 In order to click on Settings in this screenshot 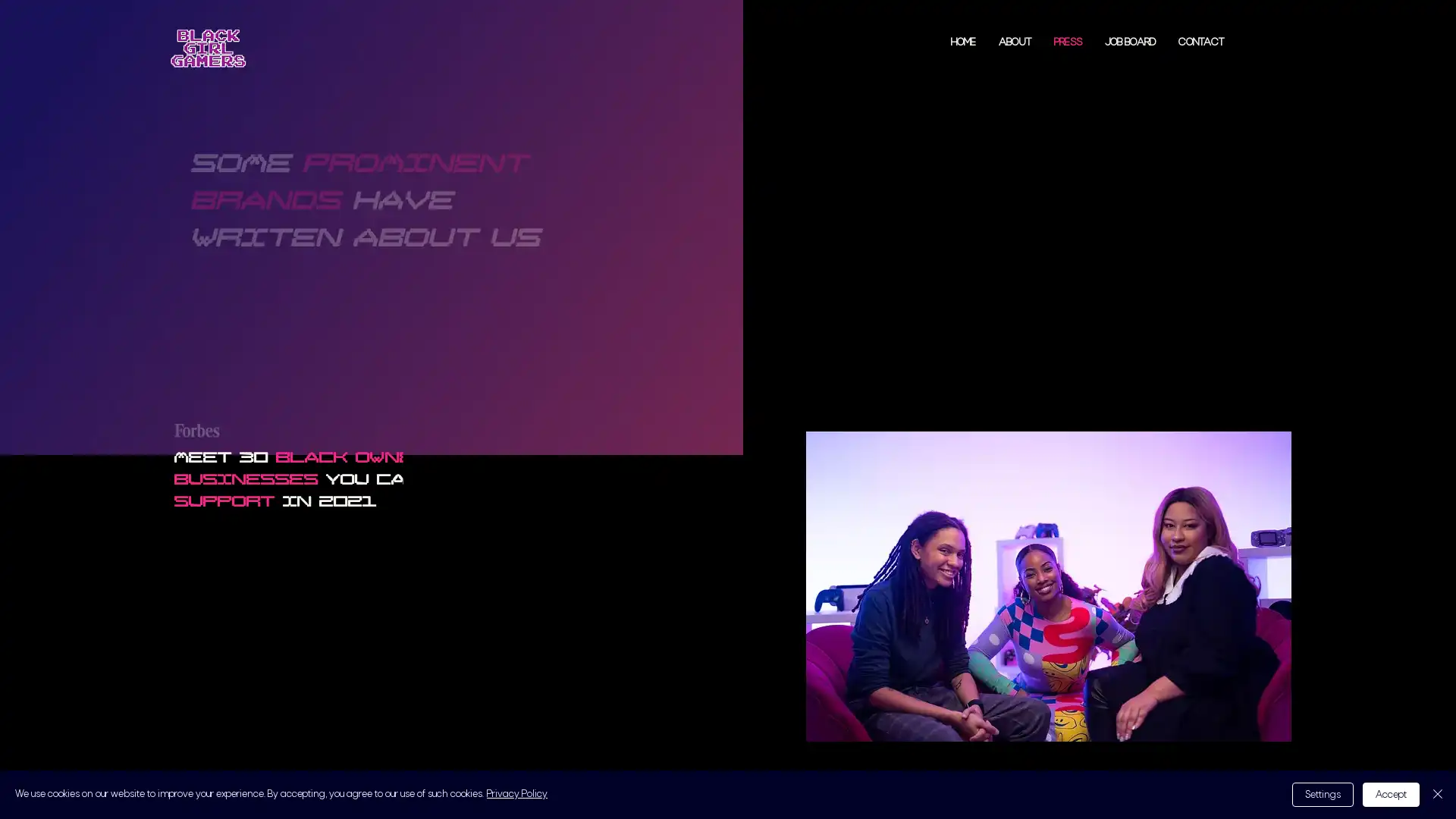, I will do `click(1322, 794)`.